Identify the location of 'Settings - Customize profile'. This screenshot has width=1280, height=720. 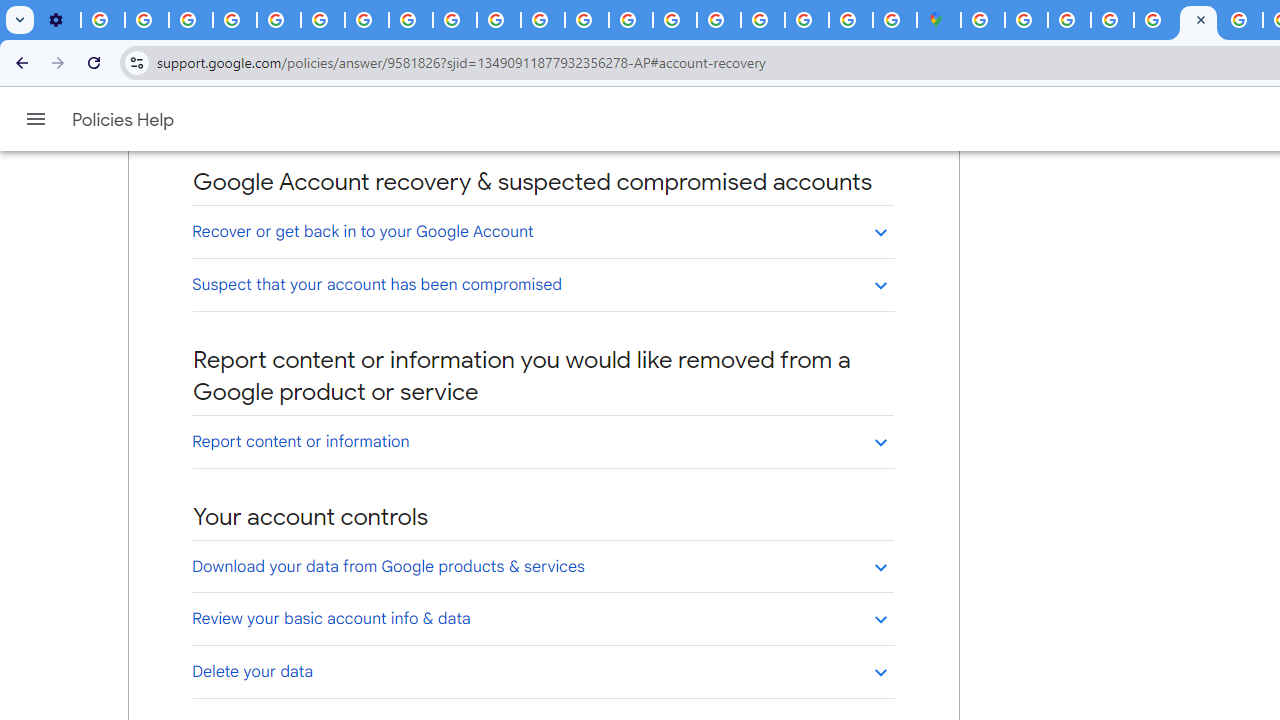
(58, 20).